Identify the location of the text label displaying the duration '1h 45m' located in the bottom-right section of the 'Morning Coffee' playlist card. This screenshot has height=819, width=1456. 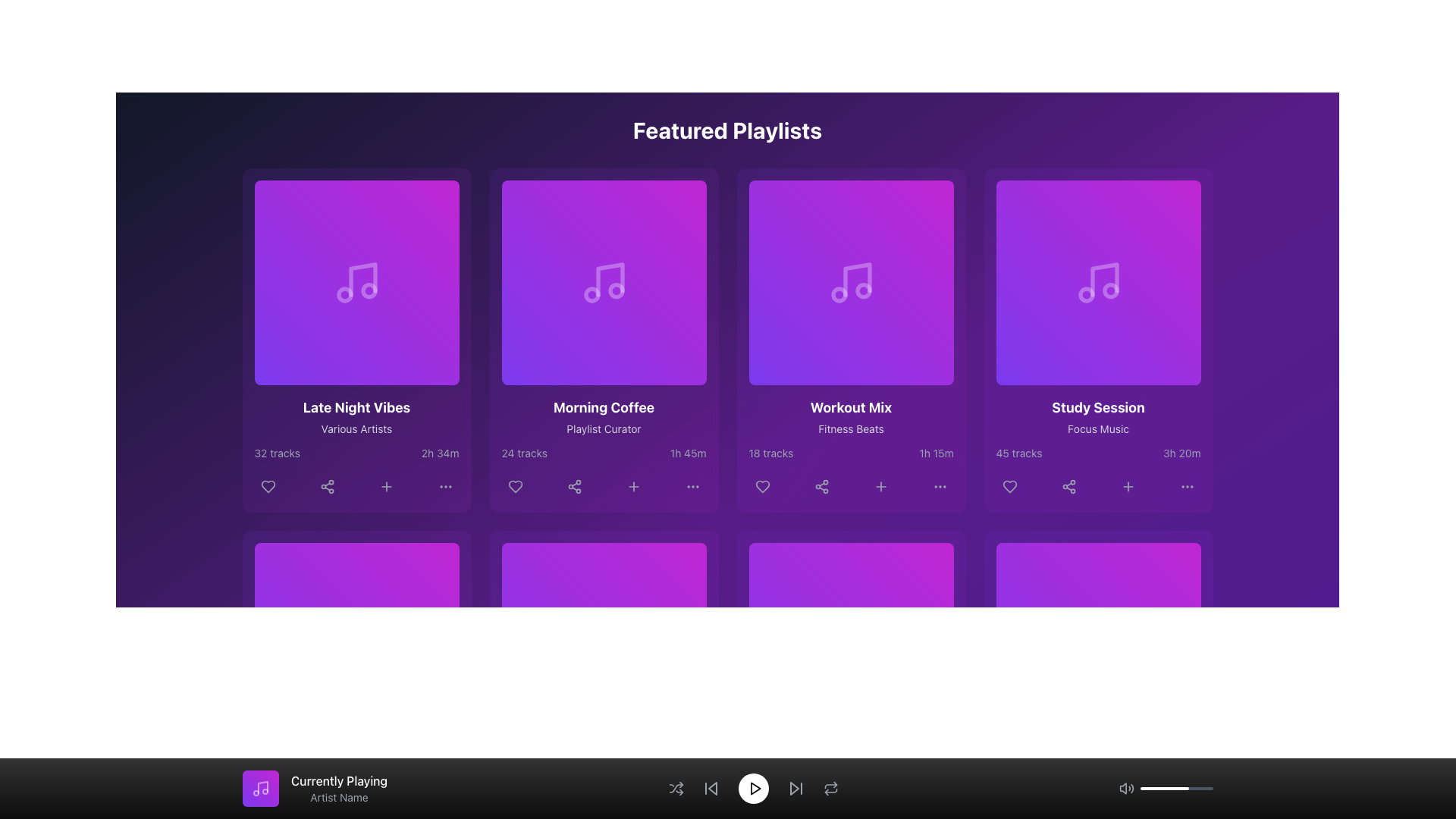
(687, 452).